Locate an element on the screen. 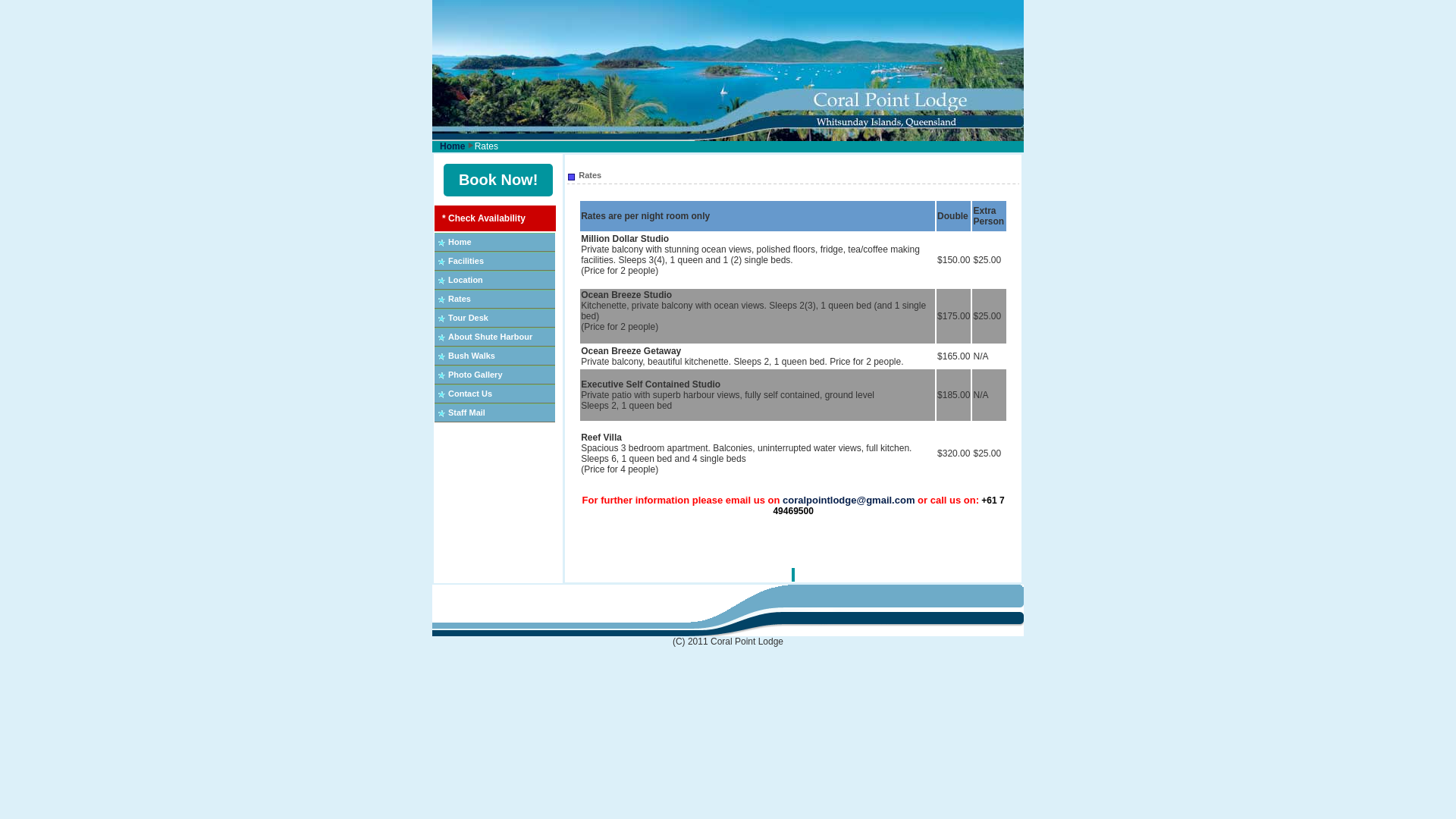 This screenshot has width=1456, height=819. 'Home' is located at coordinates (459, 241).